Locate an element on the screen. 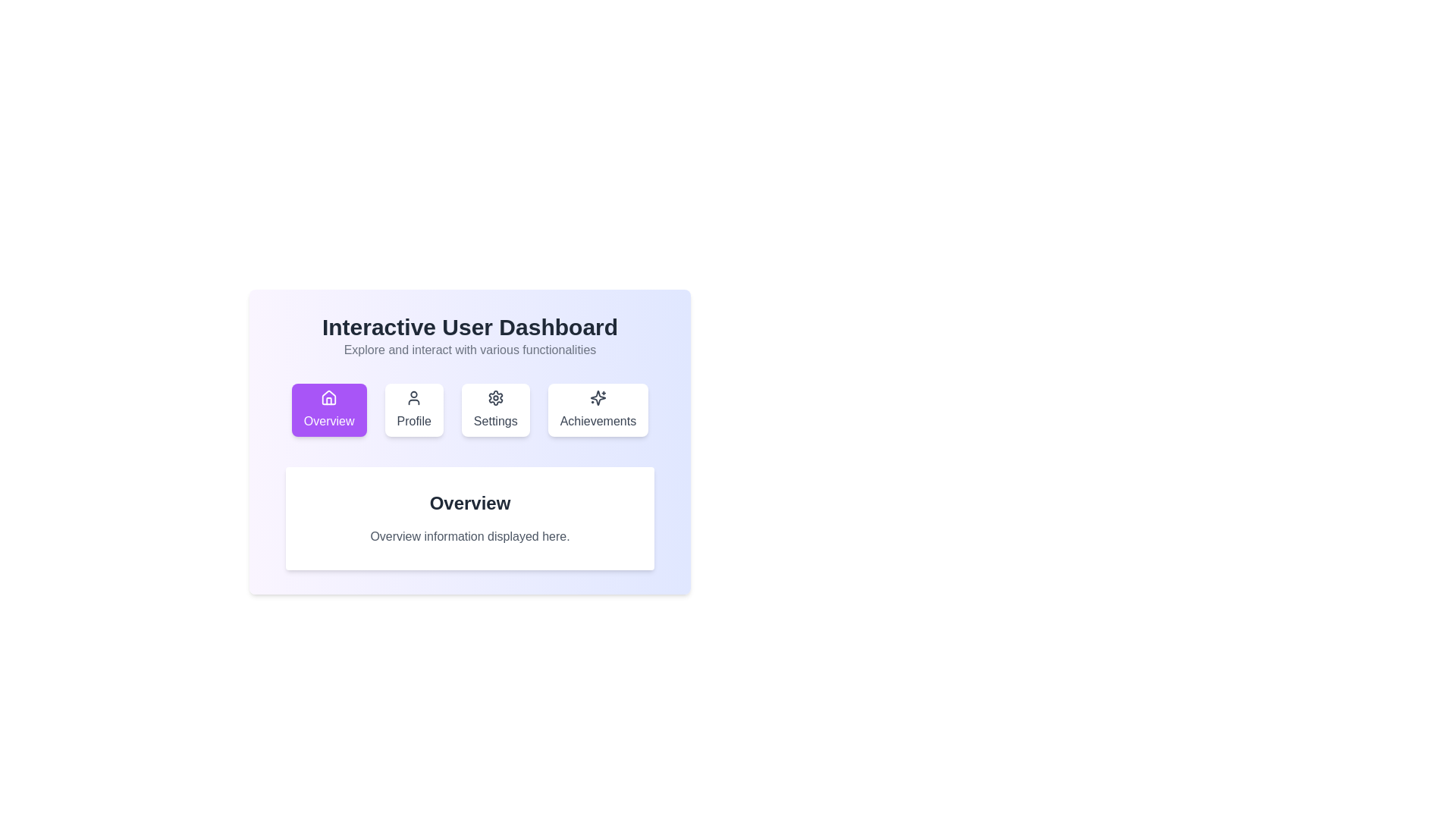 The width and height of the screenshot is (1456, 819). the 'Achievements' button, which is the fourth button in the horizontal row under the 'Interactive User Dashboard' header, to activate its visual hover effect is located at coordinates (597, 409).